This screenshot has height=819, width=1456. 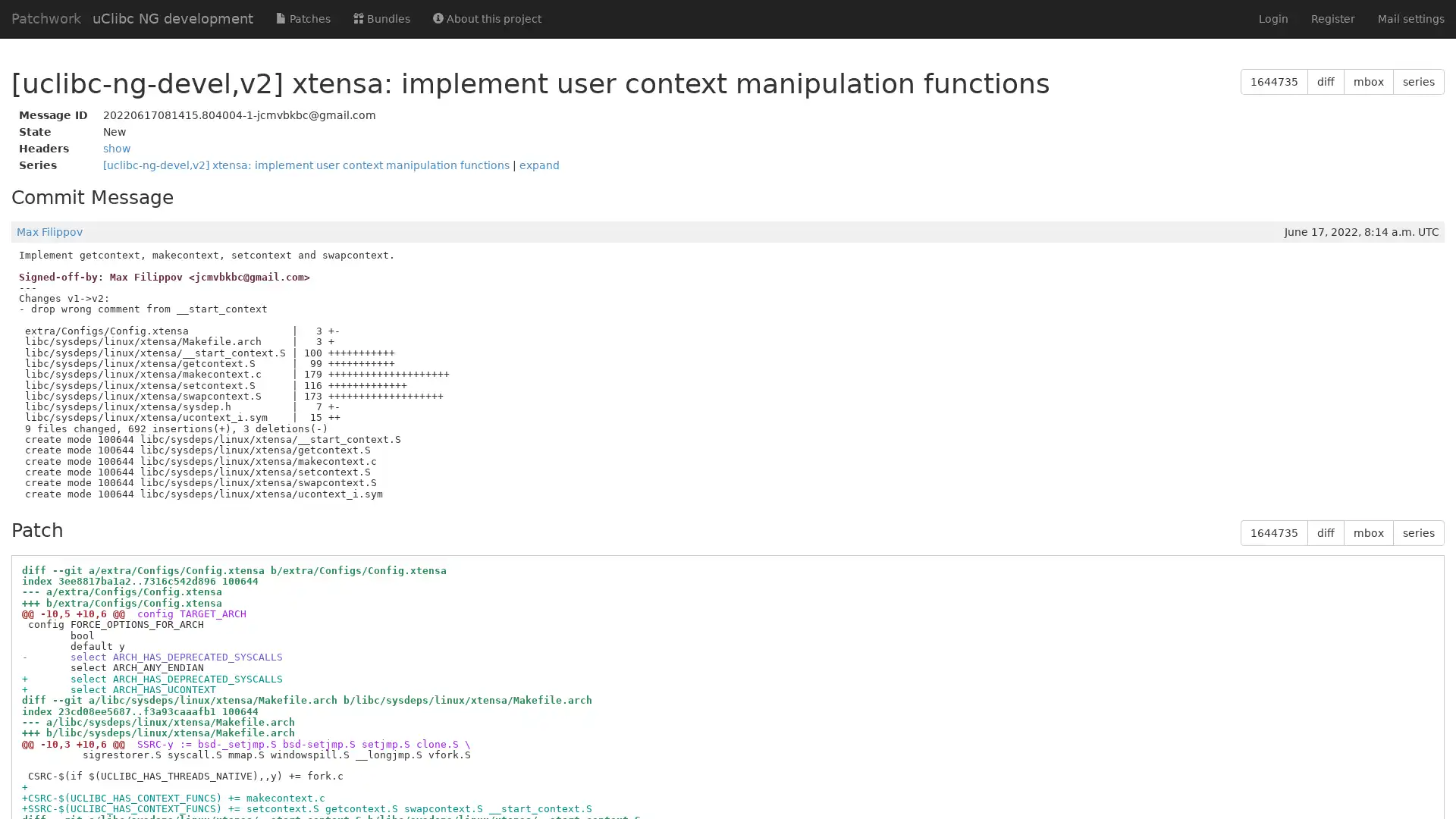 What do you see at coordinates (1418, 532) in the screenshot?
I see `series` at bounding box center [1418, 532].